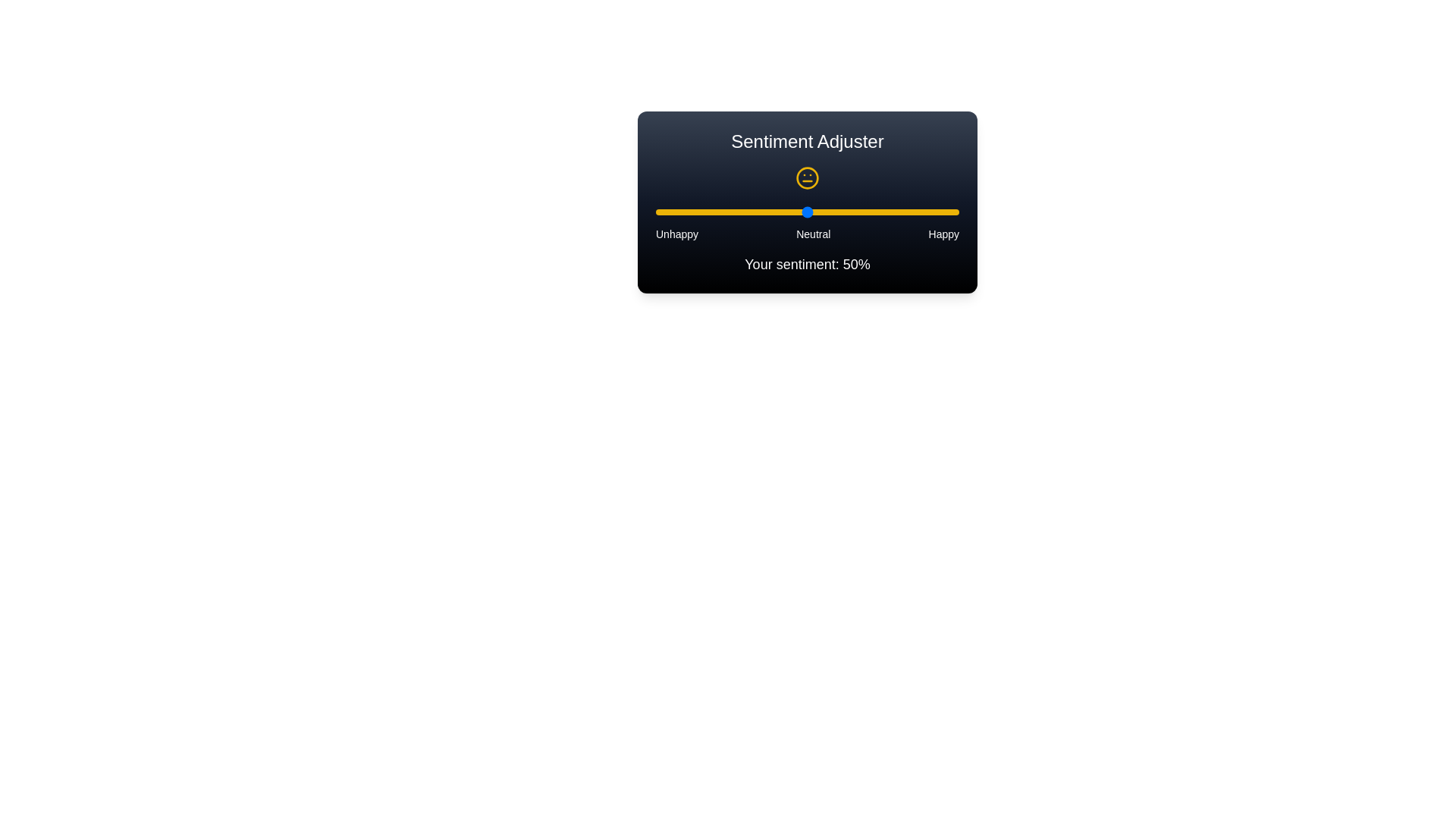  I want to click on the slider to set the sentiment value to 46, so click(795, 212).